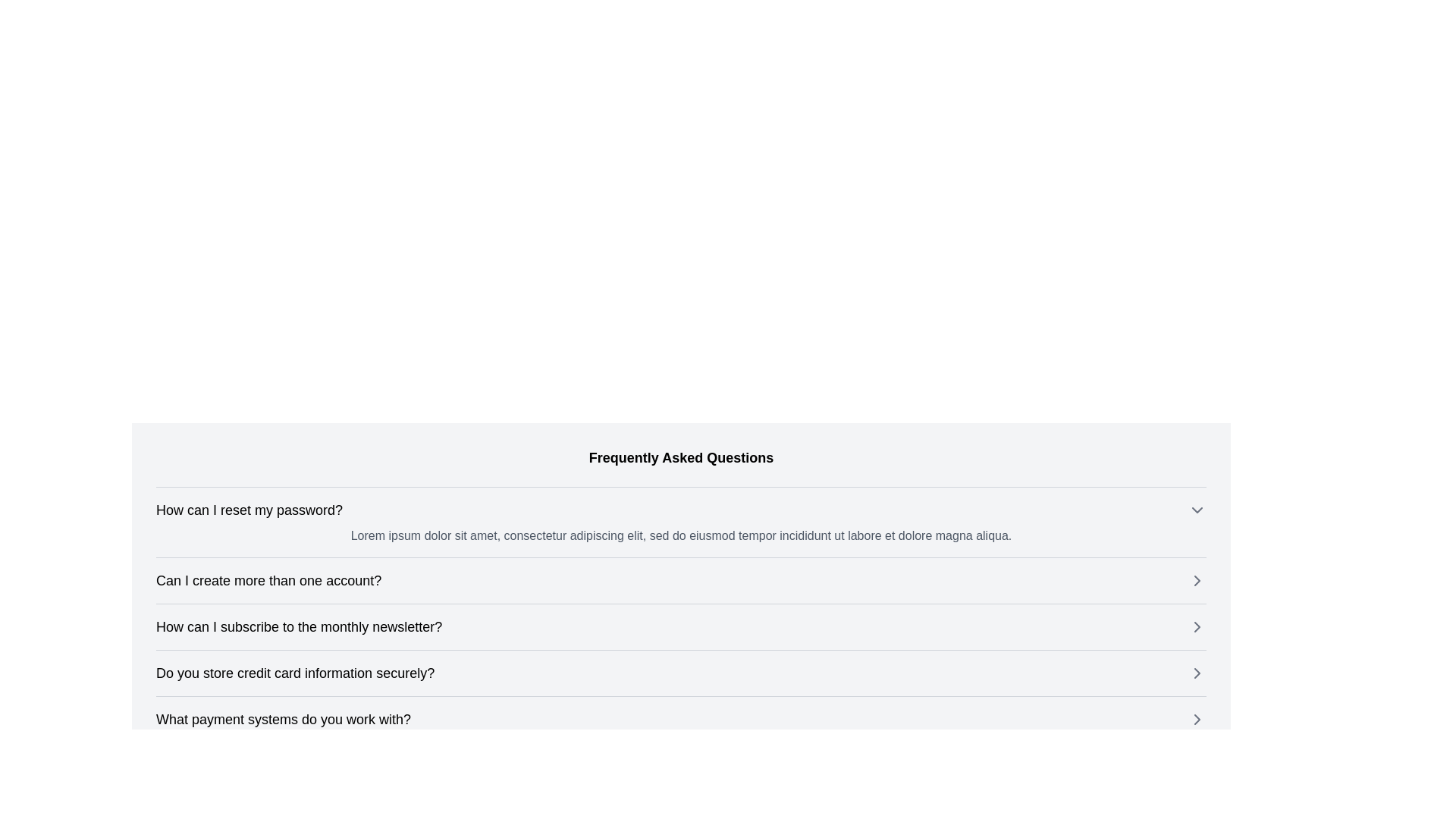 This screenshot has width=1456, height=819. What do you see at coordinates (1197, 626) in the screenshot?
I see `the right-pointing chevron icon, which is styled in gray and indicates expandability or navigation, to trigger a visual response` at bounding box center [1197, 626].